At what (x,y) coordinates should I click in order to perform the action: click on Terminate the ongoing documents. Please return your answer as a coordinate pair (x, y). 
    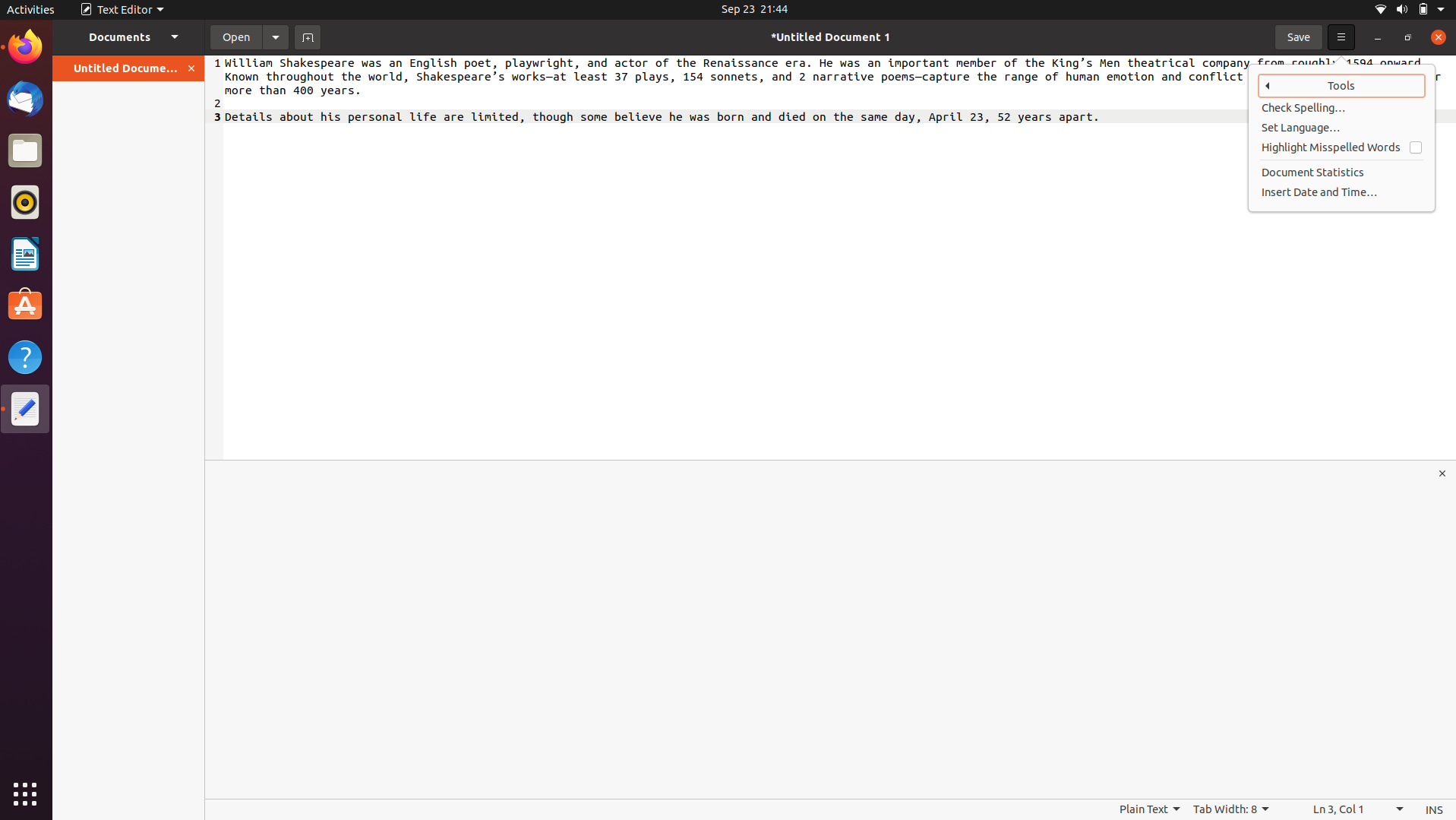
    Looking at the image, I should click on (191, 68).